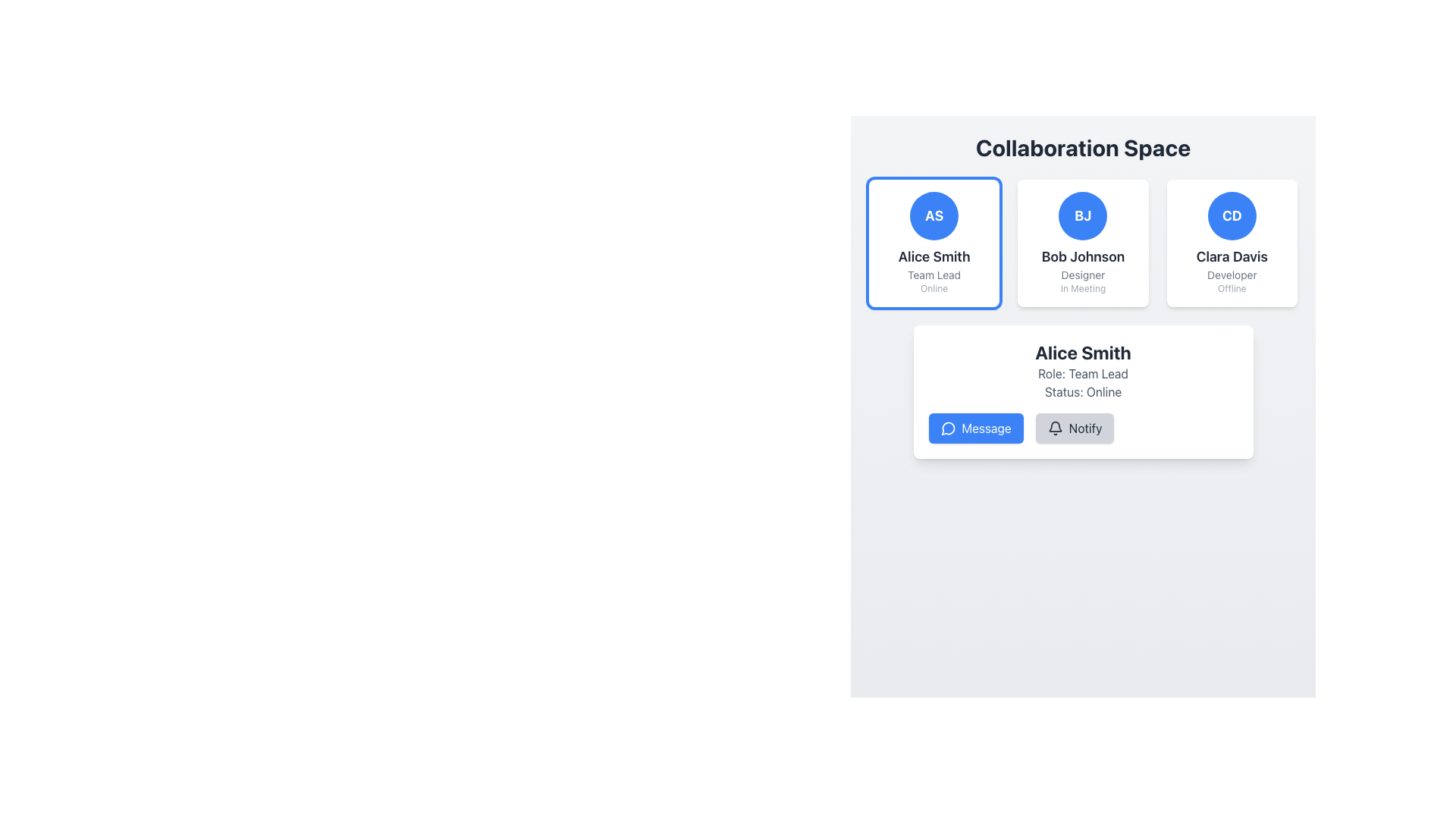 This screenshot has height=819, width=1456. I want to click on the 'Message' button located at the bottom left of Alice Smith's user detail card to initiate a messaging action, so click(947, 428).